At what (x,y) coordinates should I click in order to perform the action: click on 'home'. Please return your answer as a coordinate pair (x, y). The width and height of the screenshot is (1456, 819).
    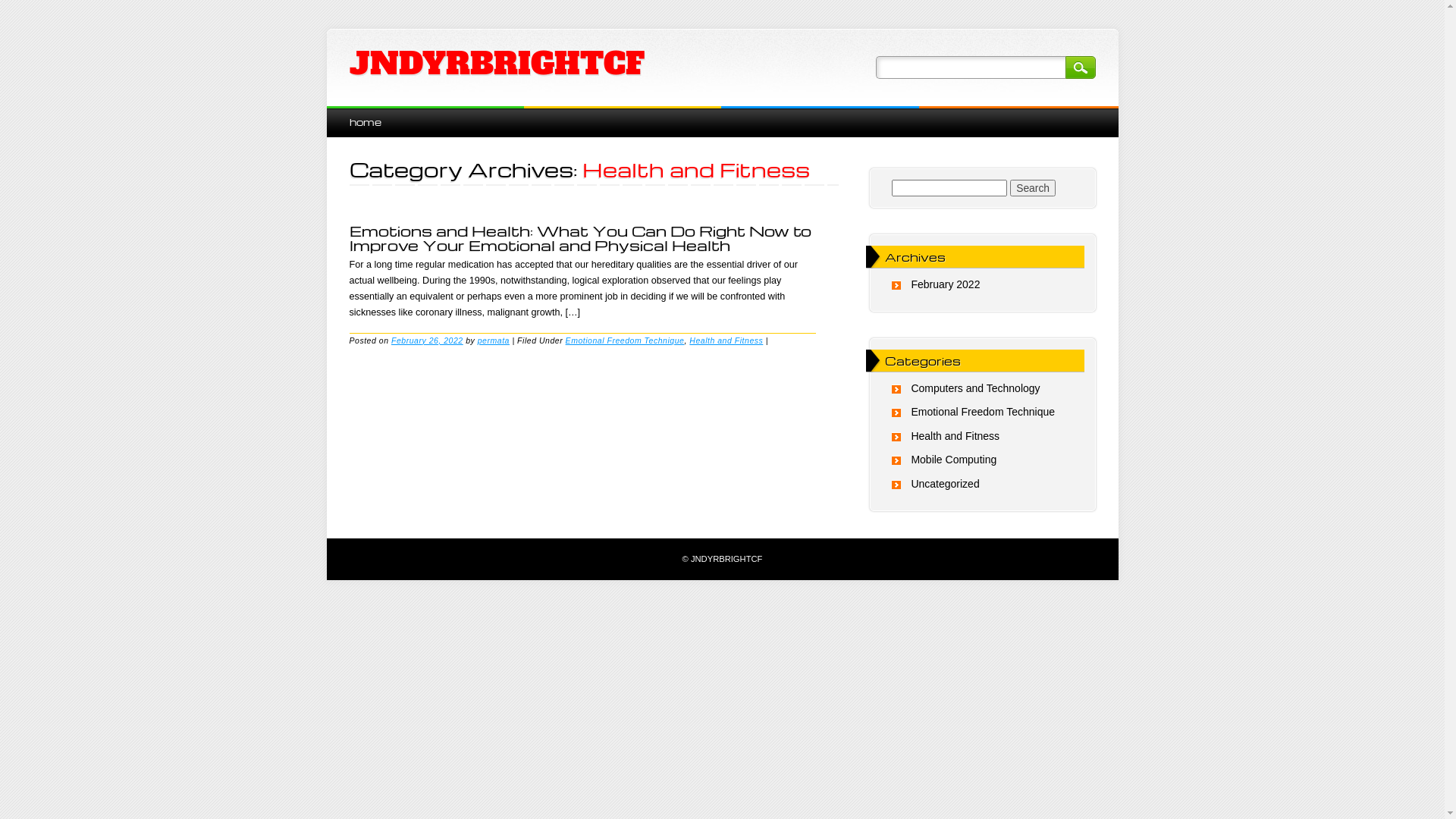
    Looking at the image, I should click on (364, 121).